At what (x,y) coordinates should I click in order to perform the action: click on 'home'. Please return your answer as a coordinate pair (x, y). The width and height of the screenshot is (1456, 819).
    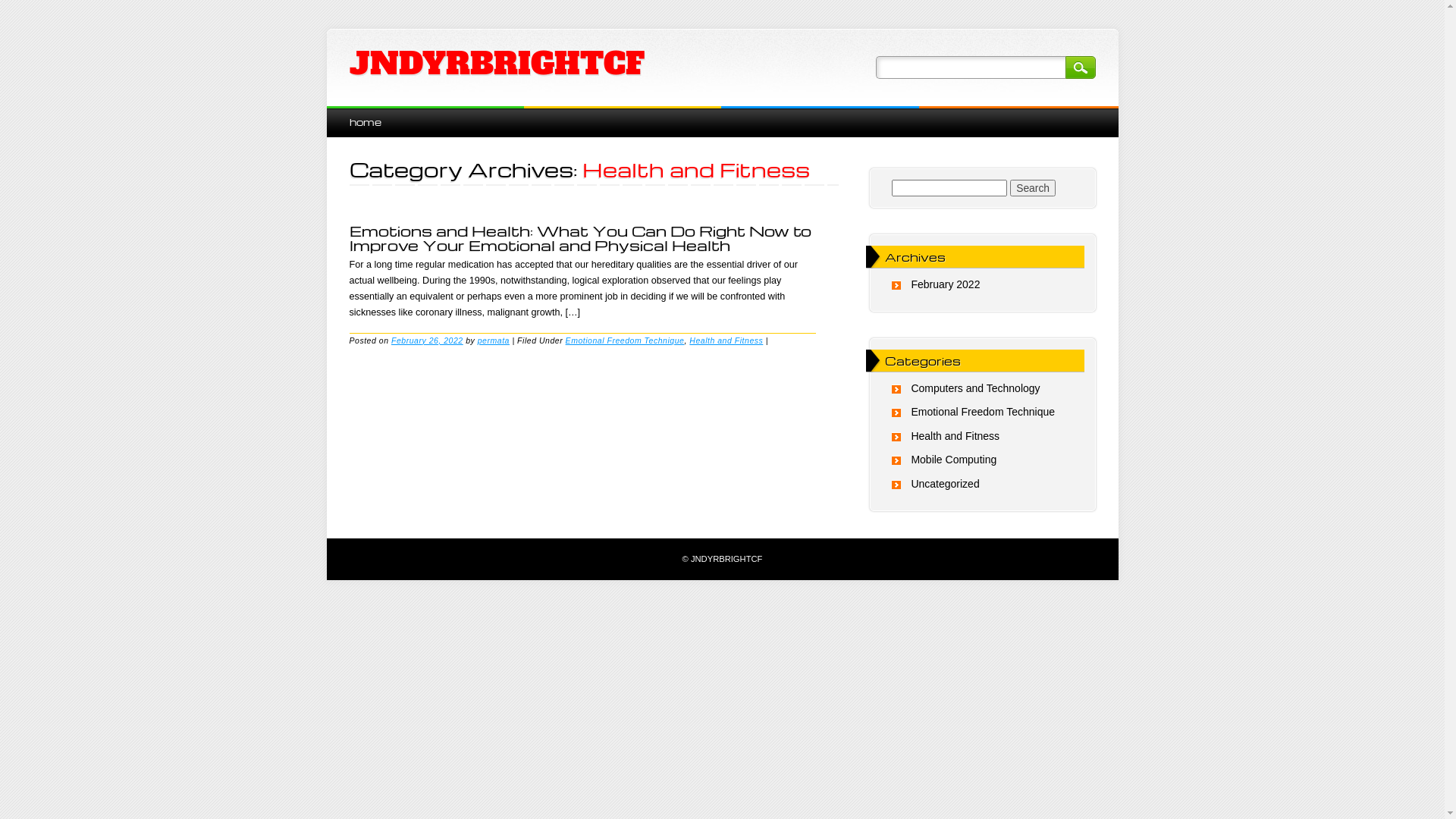
    Looking at the image, I should click on (364, 121).